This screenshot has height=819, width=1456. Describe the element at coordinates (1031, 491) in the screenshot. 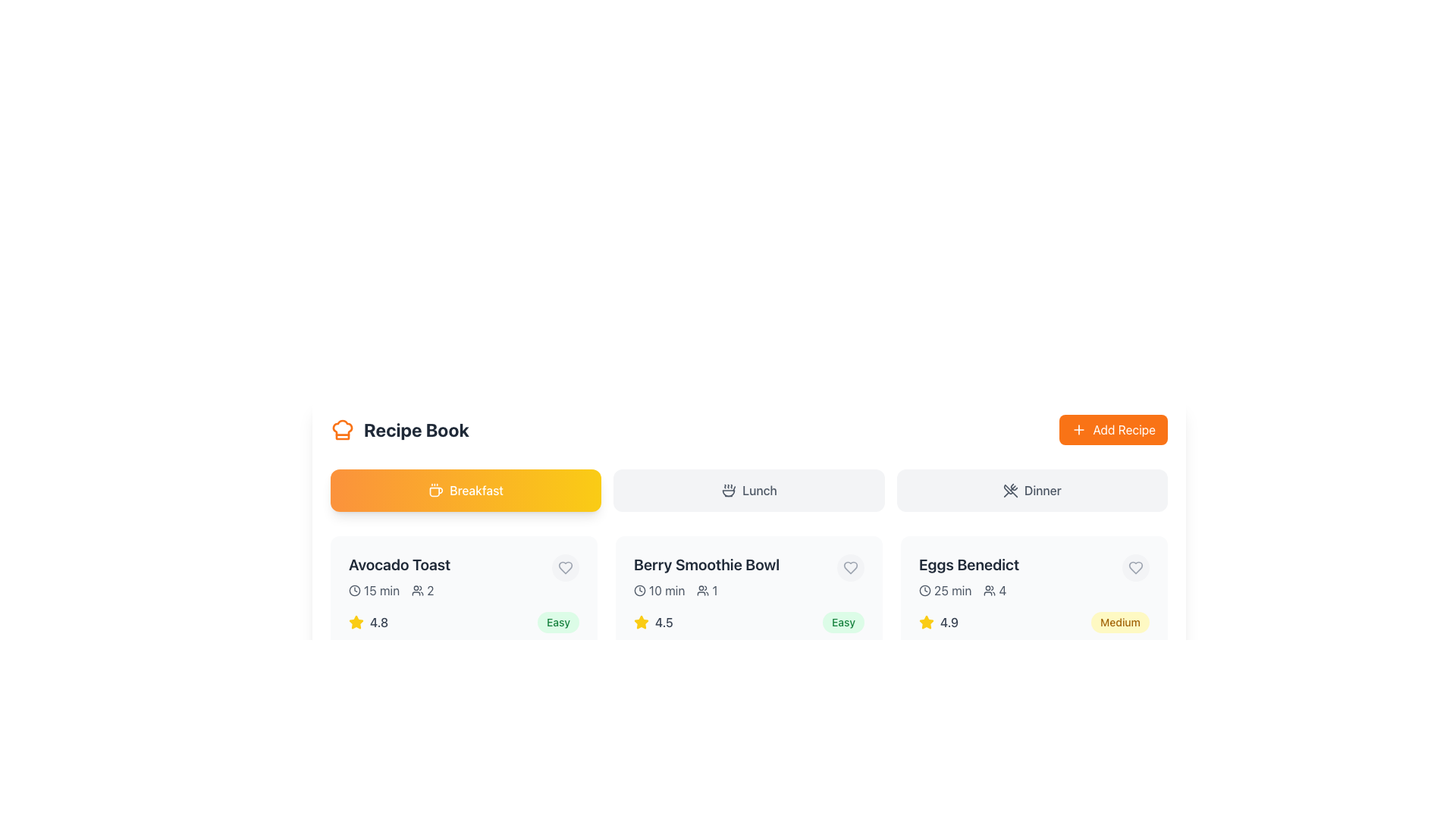

I see `'Dinner' interactive button, which is the third button in a series of three, featuring a light gray background, rounded borders, and displaying crossed utensils icon and text in medium font` at that location.